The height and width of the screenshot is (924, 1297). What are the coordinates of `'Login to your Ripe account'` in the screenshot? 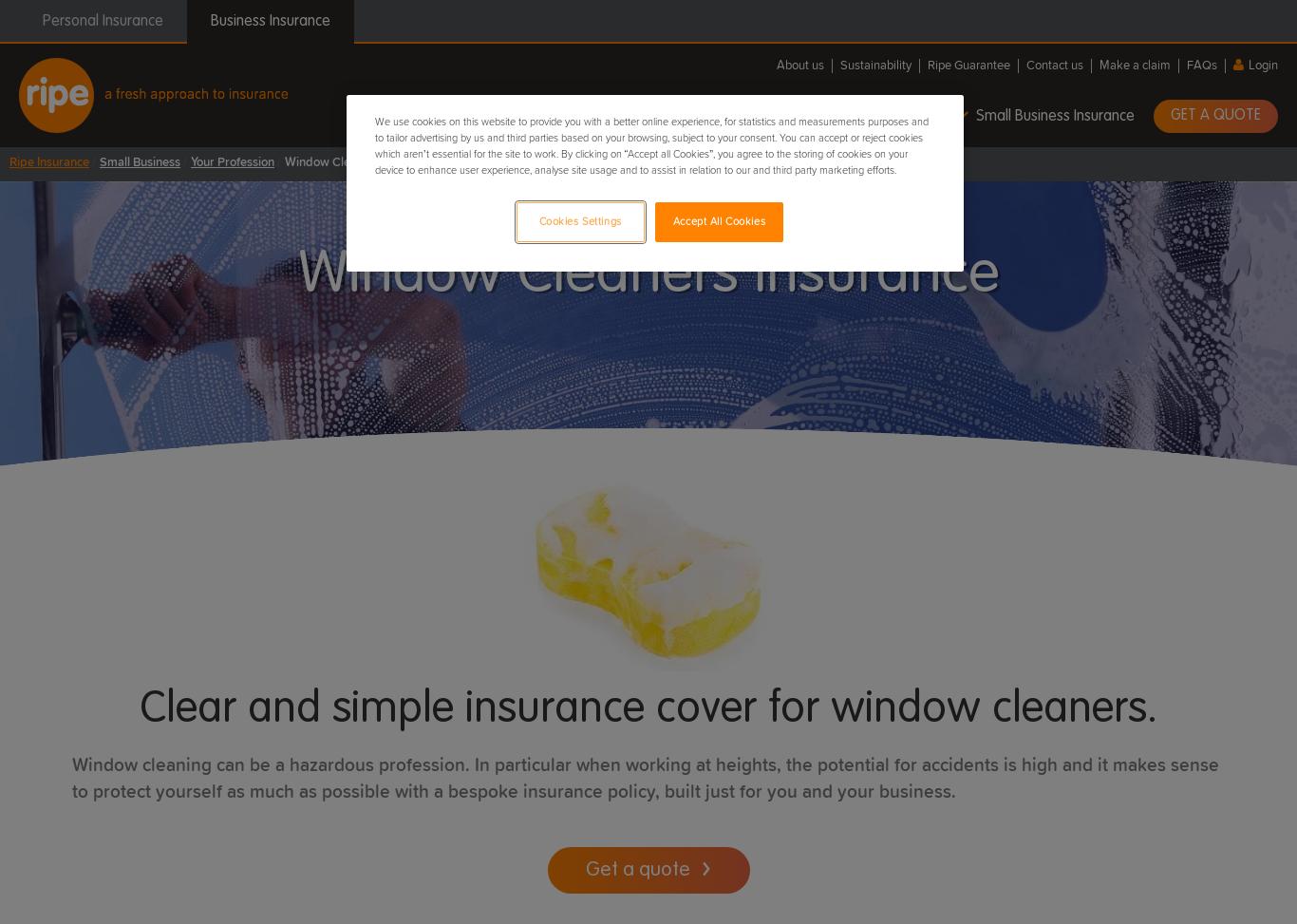 It's located at (1177, 276).